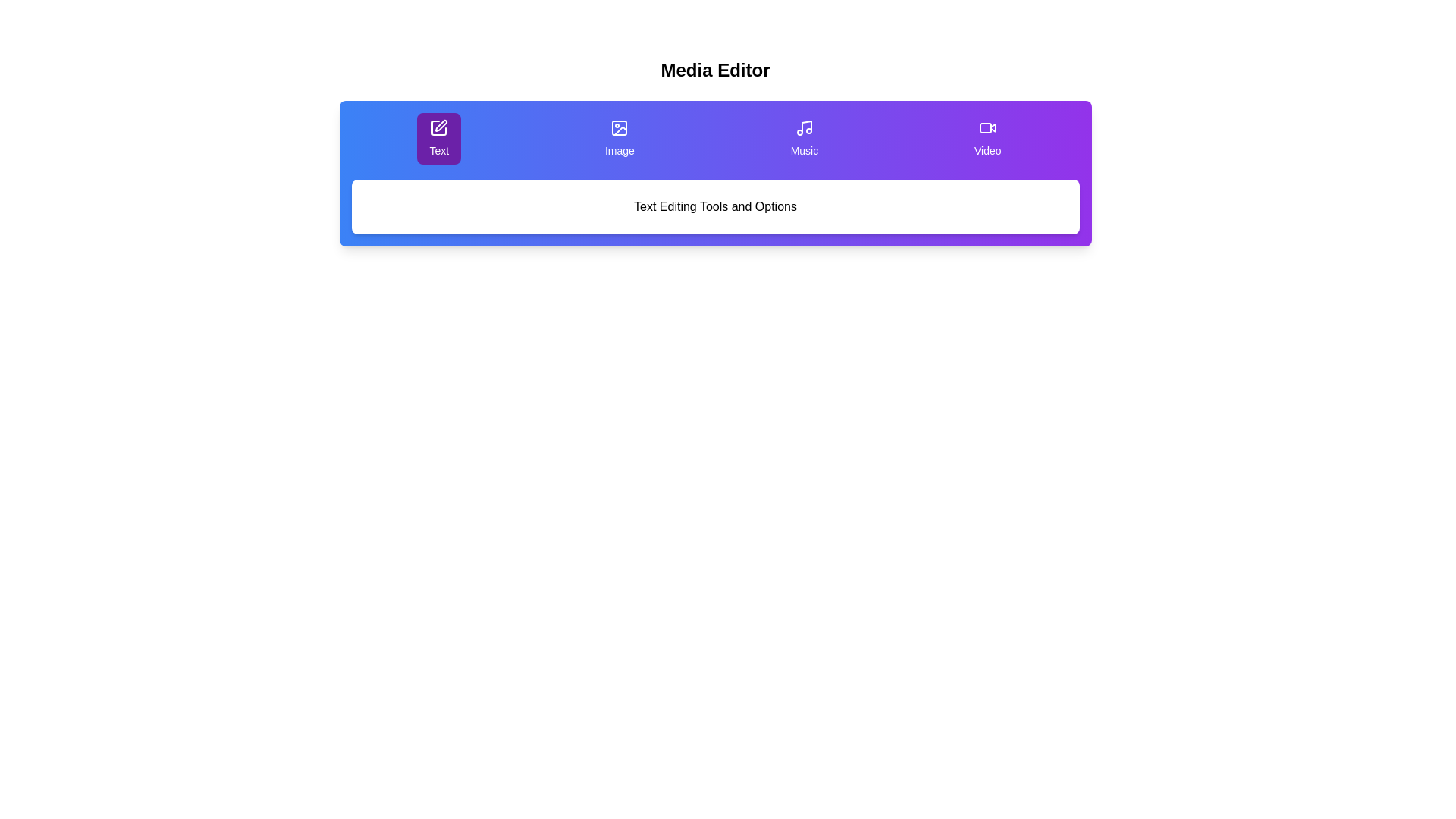 The height and width of the screenshot is (819, 1456). I want to click on the text label displaying the word 'Image', which is centrally aligned below an image icon within a clickable button in a toolbar, so click(620, 151).